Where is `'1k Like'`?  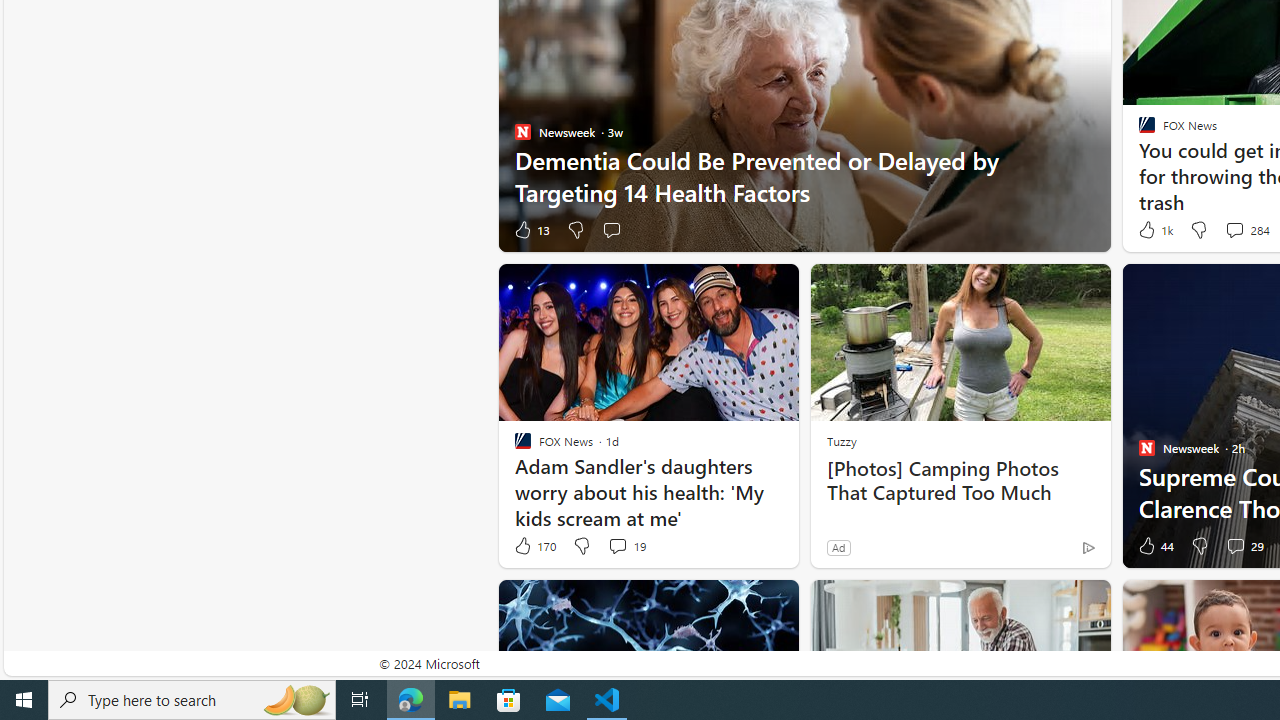
'1k Like' is located at coordinates (1154, 229).